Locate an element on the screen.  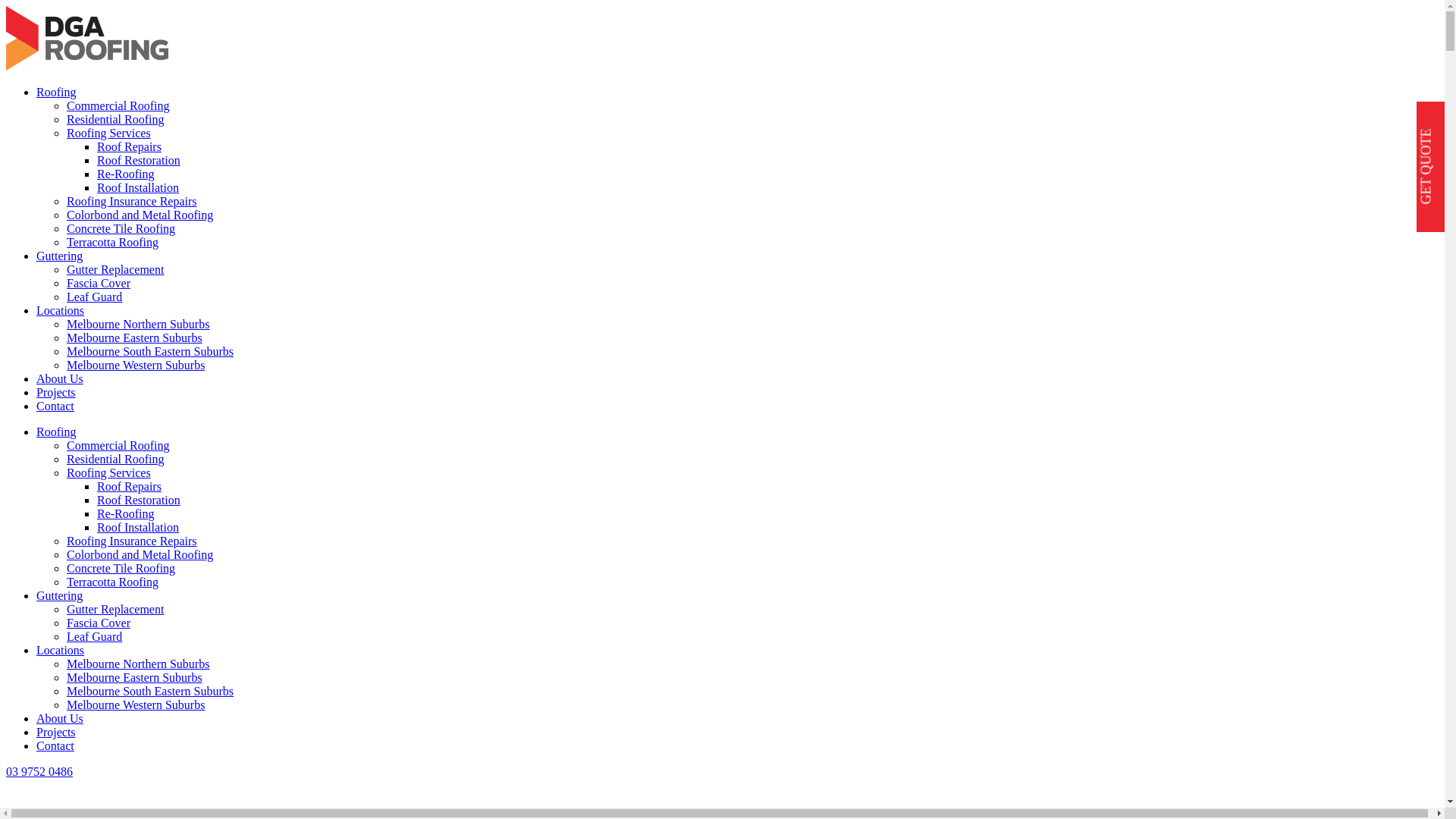
'Contact' is located at coordinates (55, 405).